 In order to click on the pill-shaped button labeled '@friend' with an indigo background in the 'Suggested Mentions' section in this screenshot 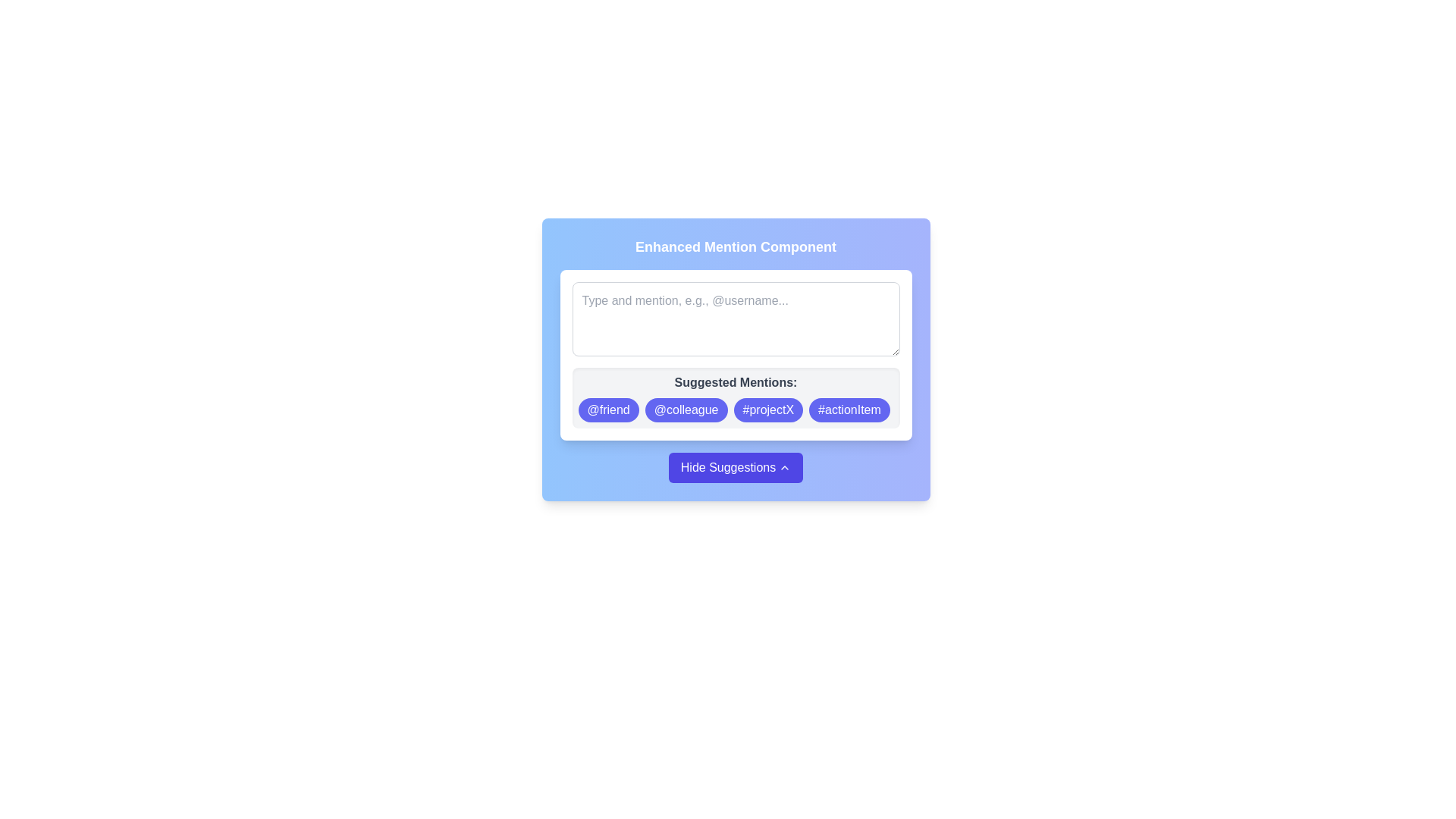, I will do `click(608, 409)`.